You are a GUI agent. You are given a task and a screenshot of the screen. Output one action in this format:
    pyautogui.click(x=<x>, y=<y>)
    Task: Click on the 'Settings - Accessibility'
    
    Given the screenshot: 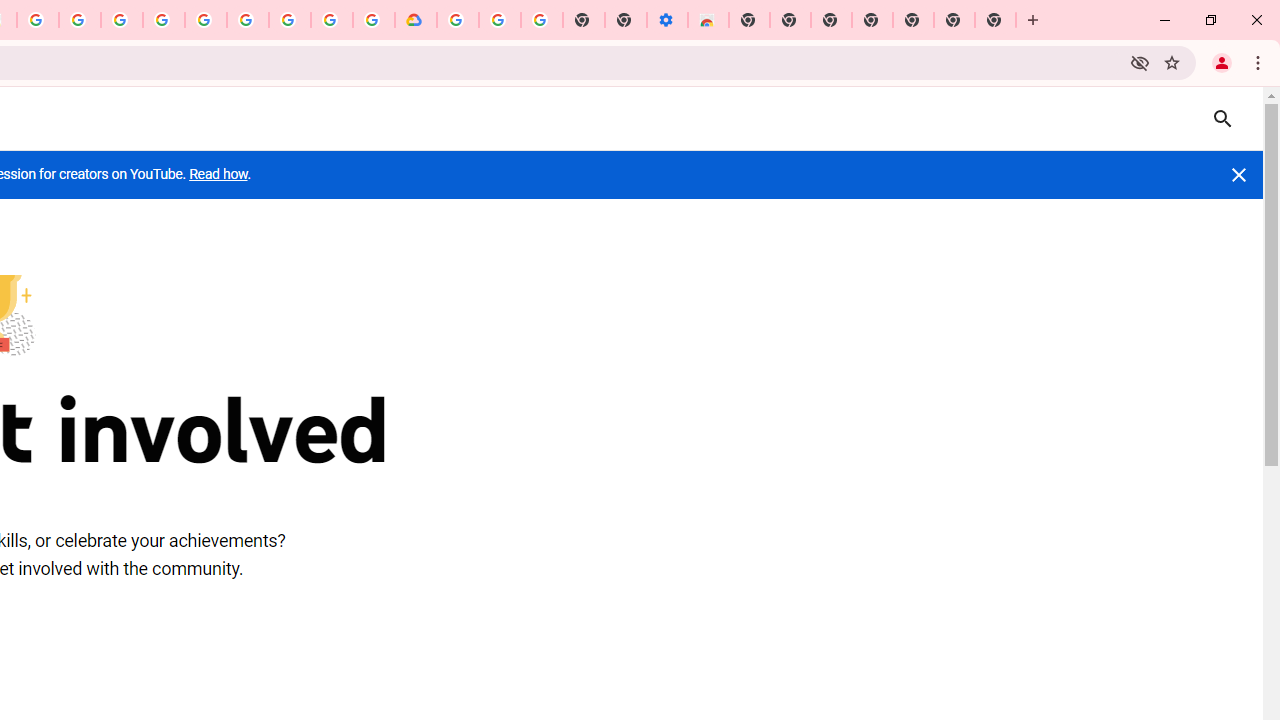 What is the action you would take?
    pyautogui.click(x=667, y=20)
    